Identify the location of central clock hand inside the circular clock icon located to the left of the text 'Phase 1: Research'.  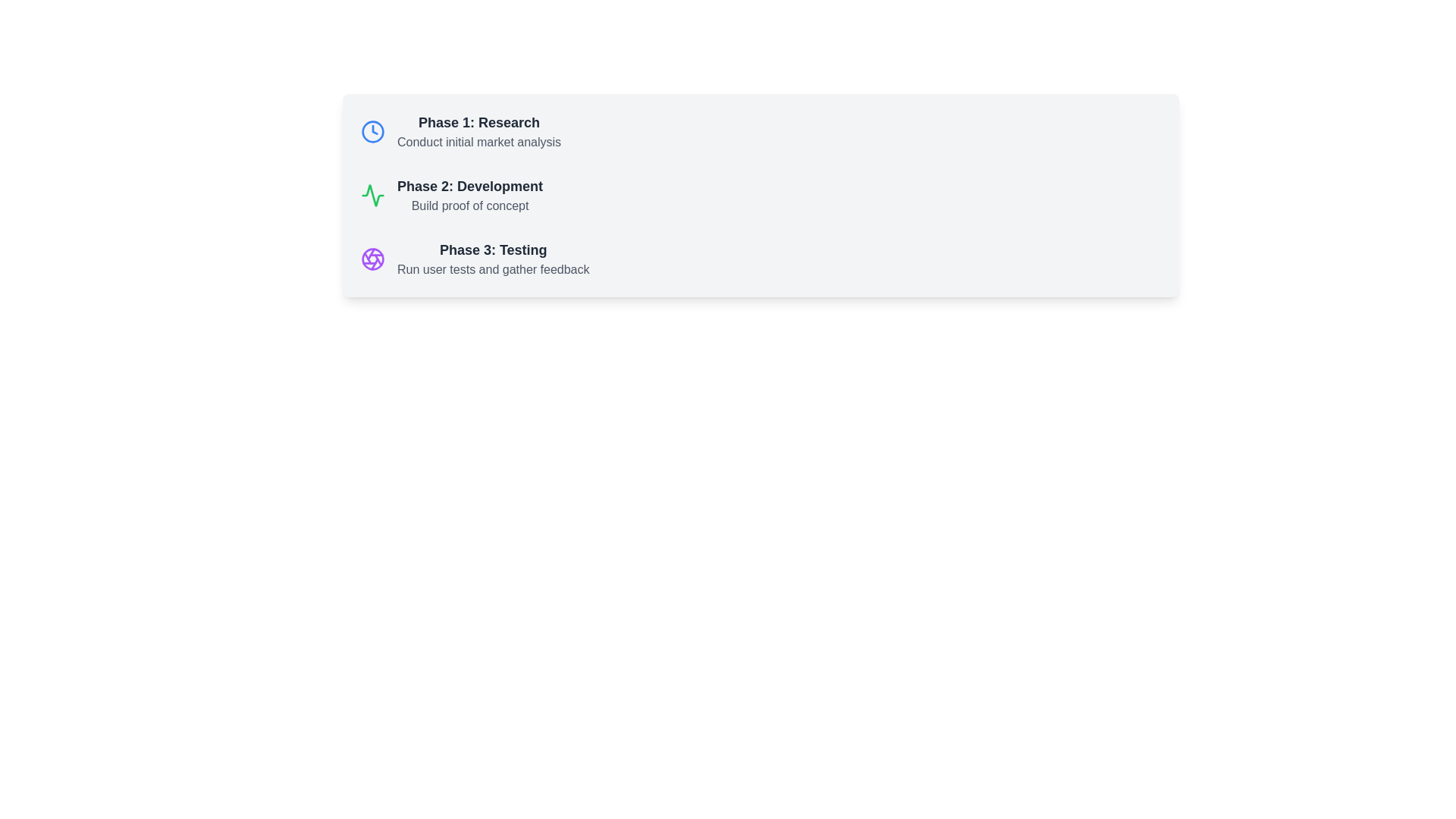
(375, 129).